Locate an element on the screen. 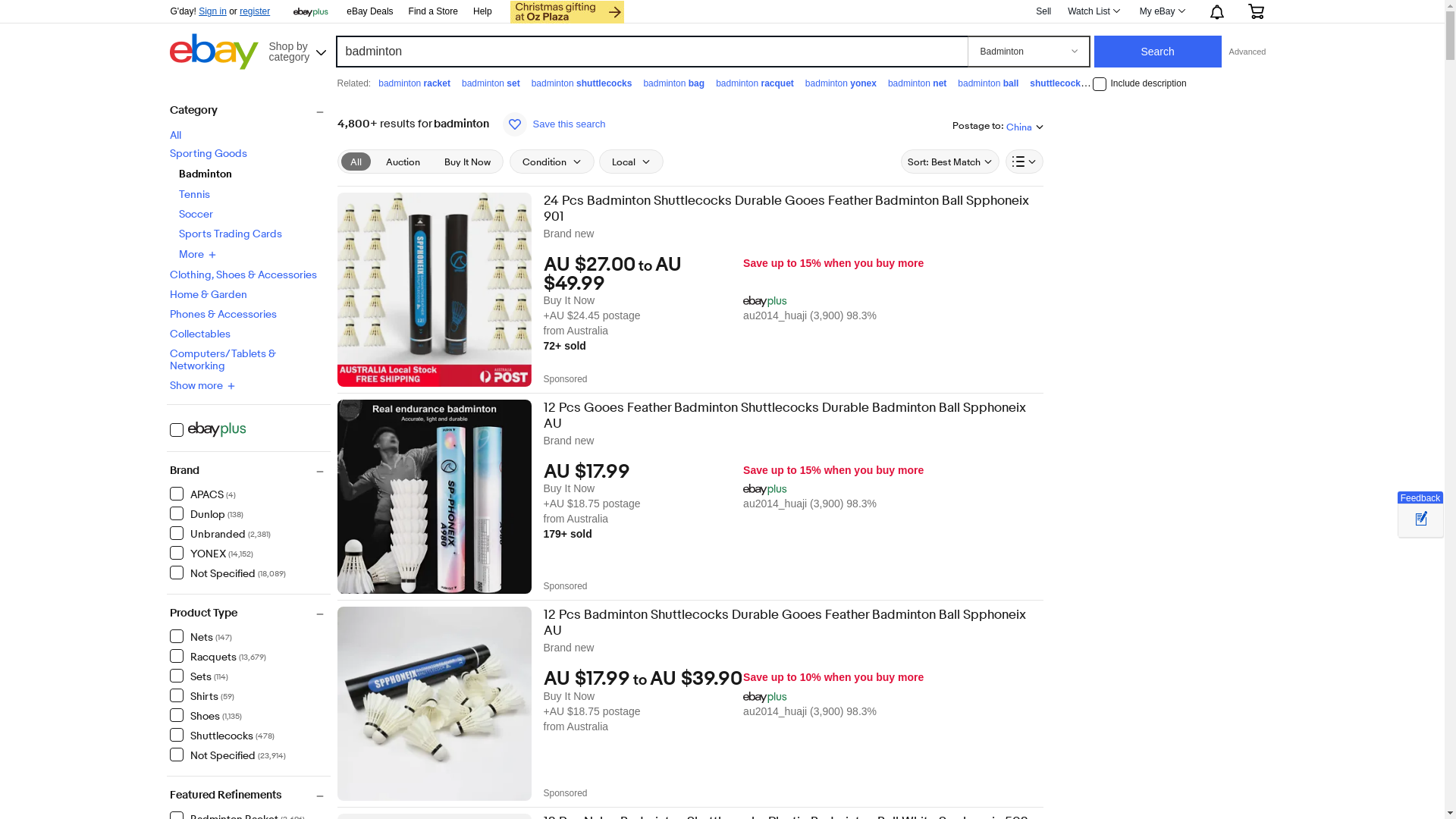 The image size is (1456, 819). 'badminton net' is located at coordinates (916, 83).